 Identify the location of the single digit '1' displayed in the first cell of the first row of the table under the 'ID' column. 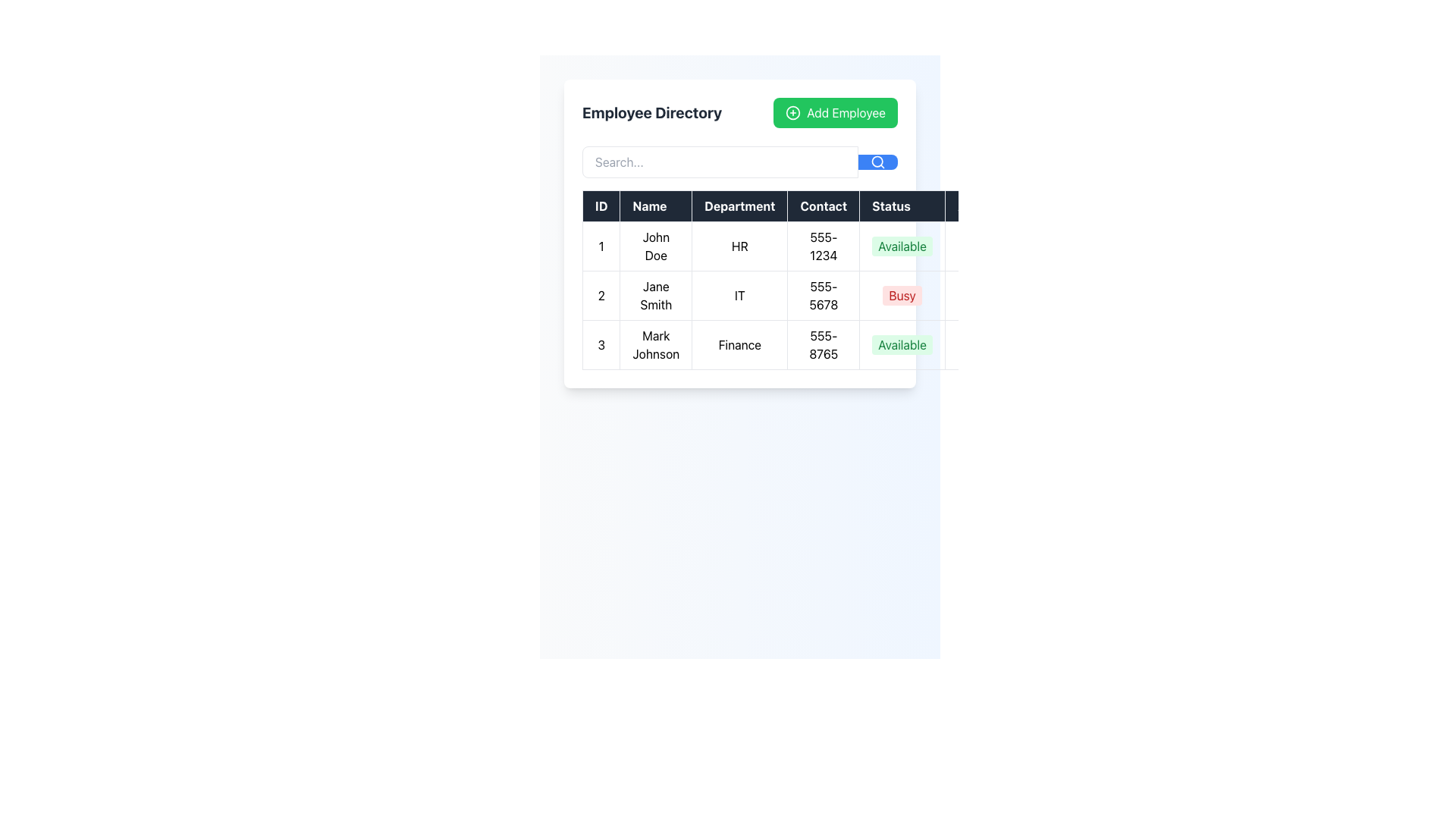
(601, 245).